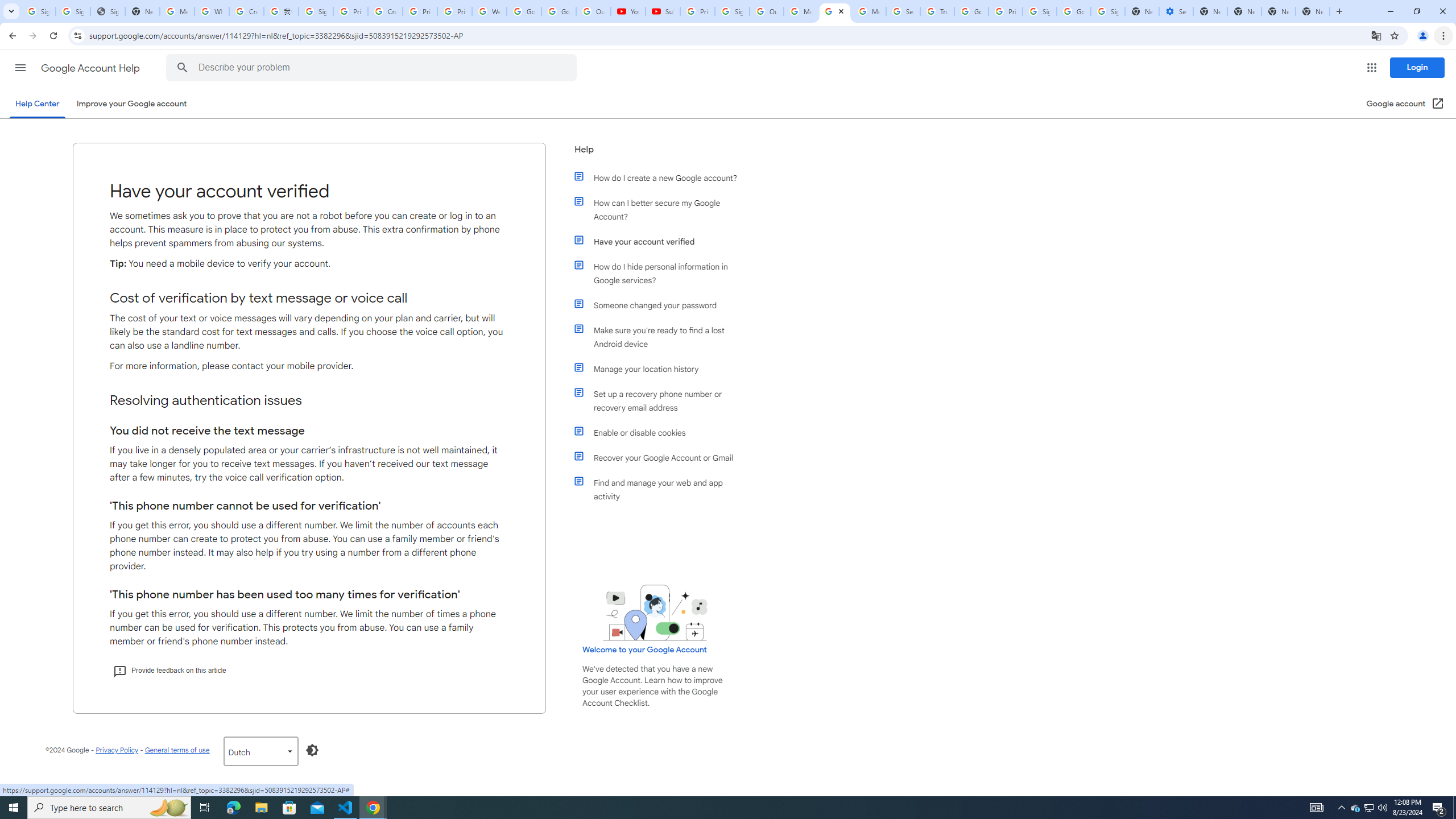 The image size is (1456, 819). Describe the element at coordinates (312, 750) in the screenshot. I see `'Enable dark mode'` at that location.